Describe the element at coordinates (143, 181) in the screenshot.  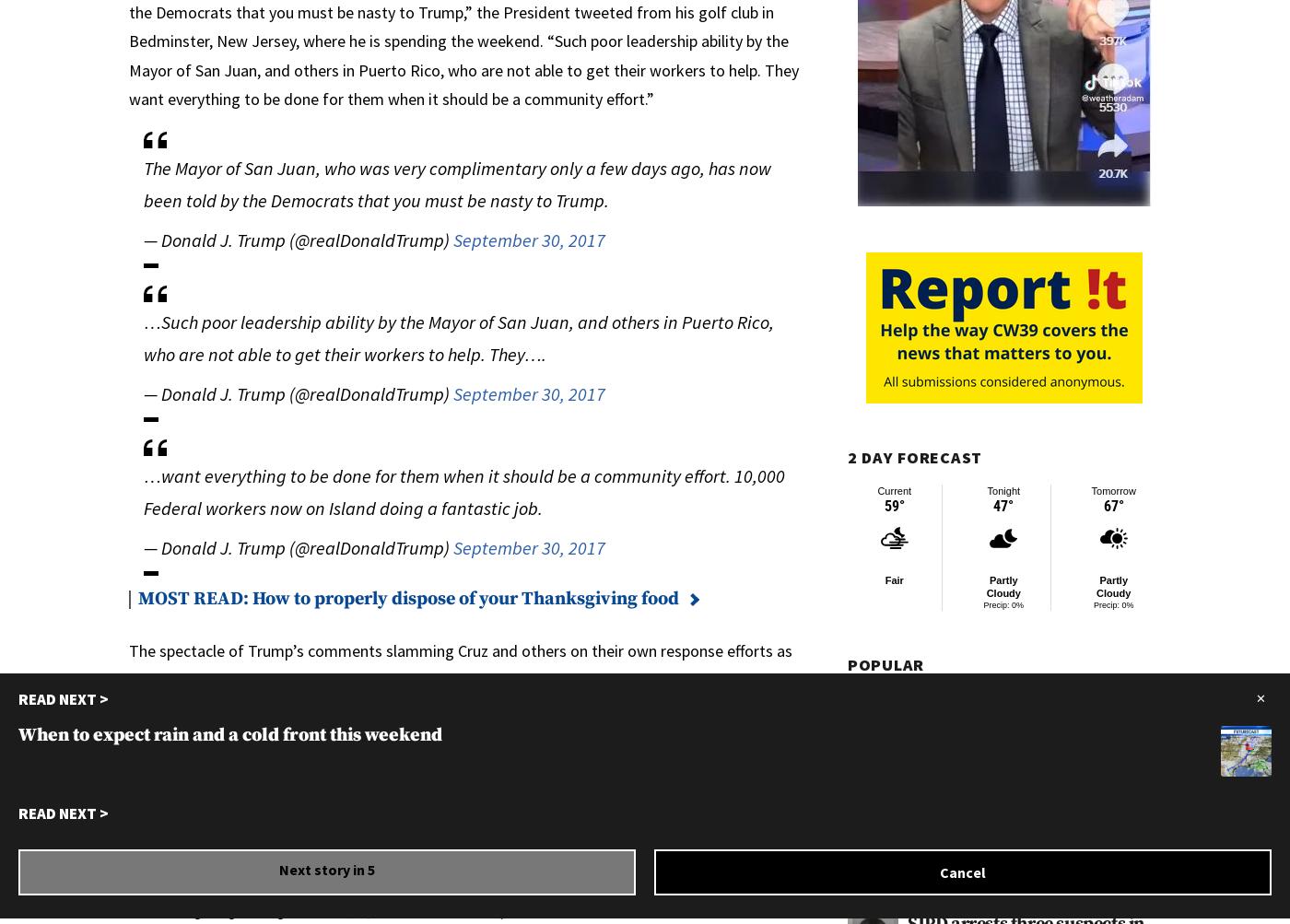
I see `'The Mayor of San Juan, who was very complimentary only a few days ago, has now been told by the Democrats that you must be nasty to Trump.'` at that location.